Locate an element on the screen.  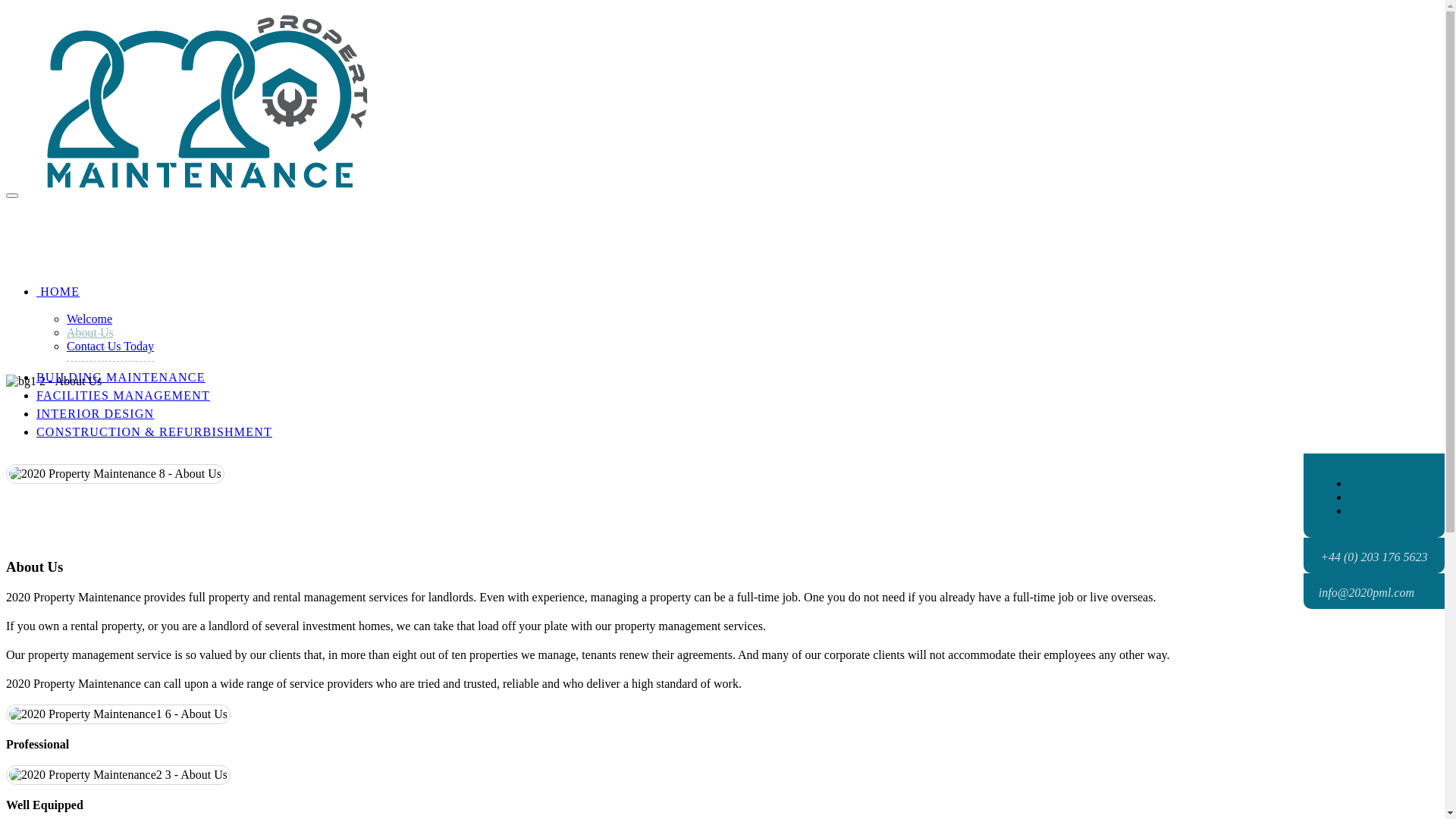
'FACILITIES MANAGEMENT' is located at coordinates (123, 394).